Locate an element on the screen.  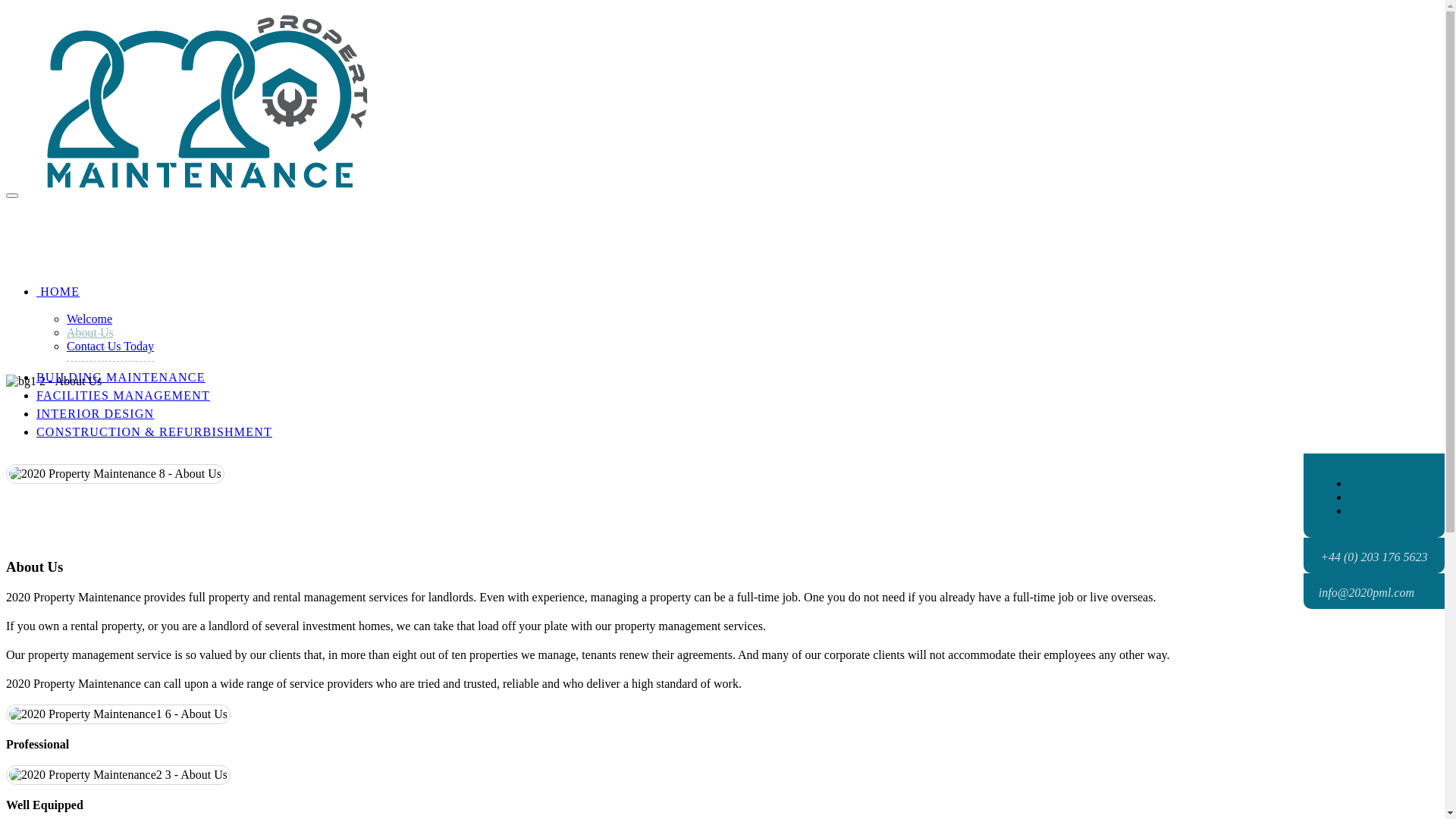
'FACILITIES MANAGEMENT' is located at coordinates (123, 394).